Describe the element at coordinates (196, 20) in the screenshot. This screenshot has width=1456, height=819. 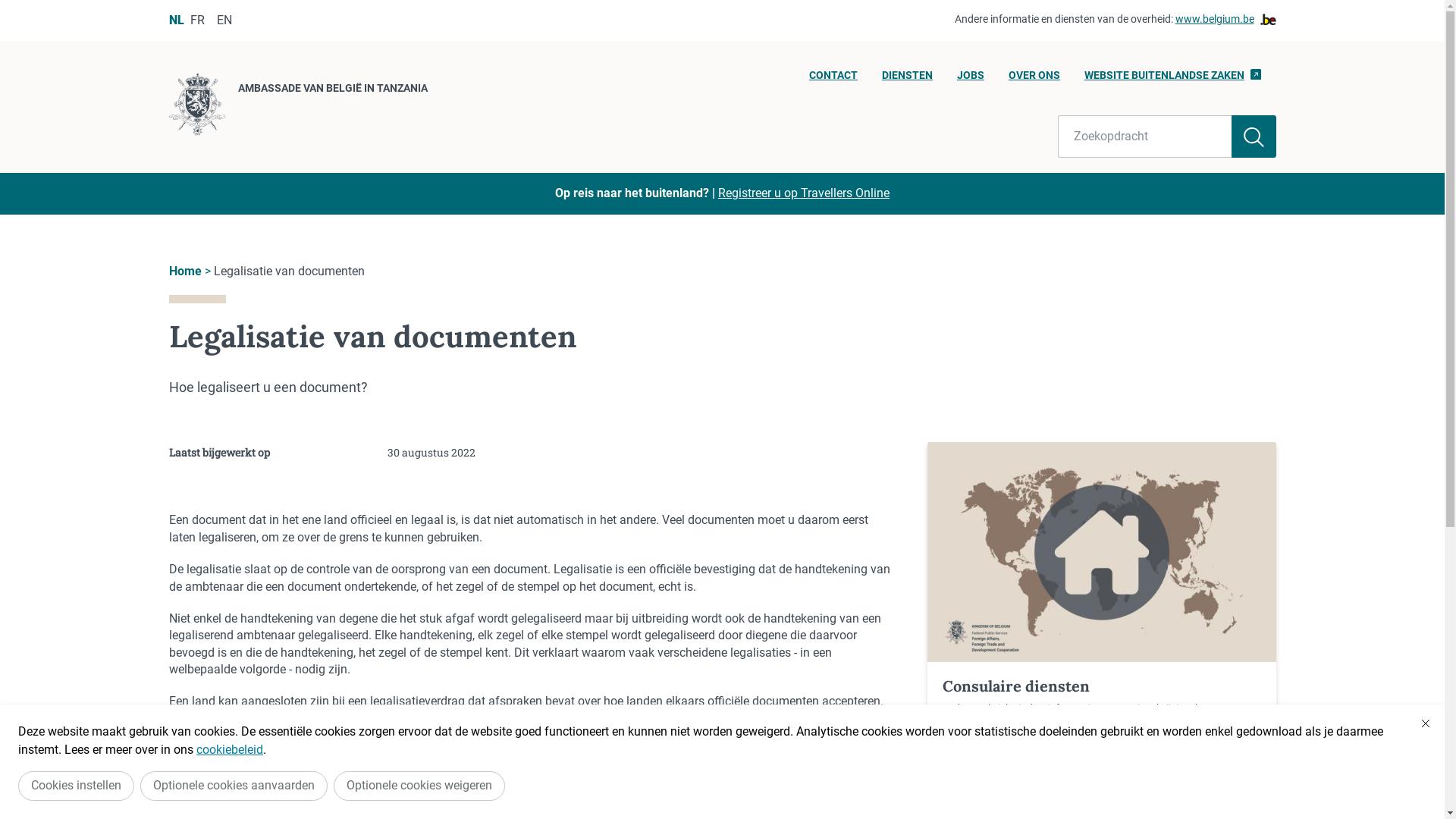
I see `'FR'` at that location.